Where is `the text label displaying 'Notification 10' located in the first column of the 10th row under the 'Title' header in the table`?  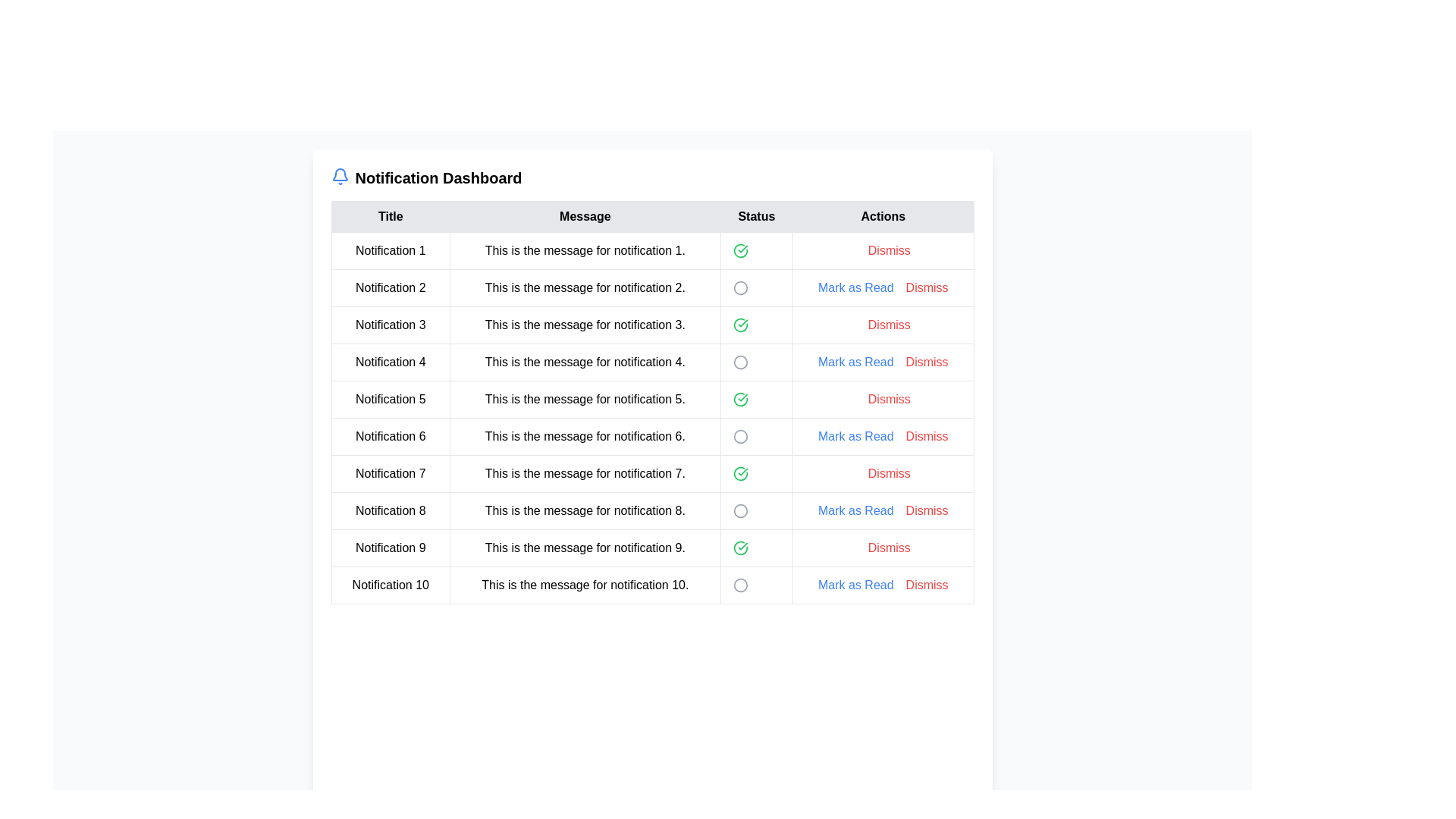
the text label displaying 'Notification 10' located in the first column of the 10th row under the 'Title' header in the table is located at coordinates (391, 584).